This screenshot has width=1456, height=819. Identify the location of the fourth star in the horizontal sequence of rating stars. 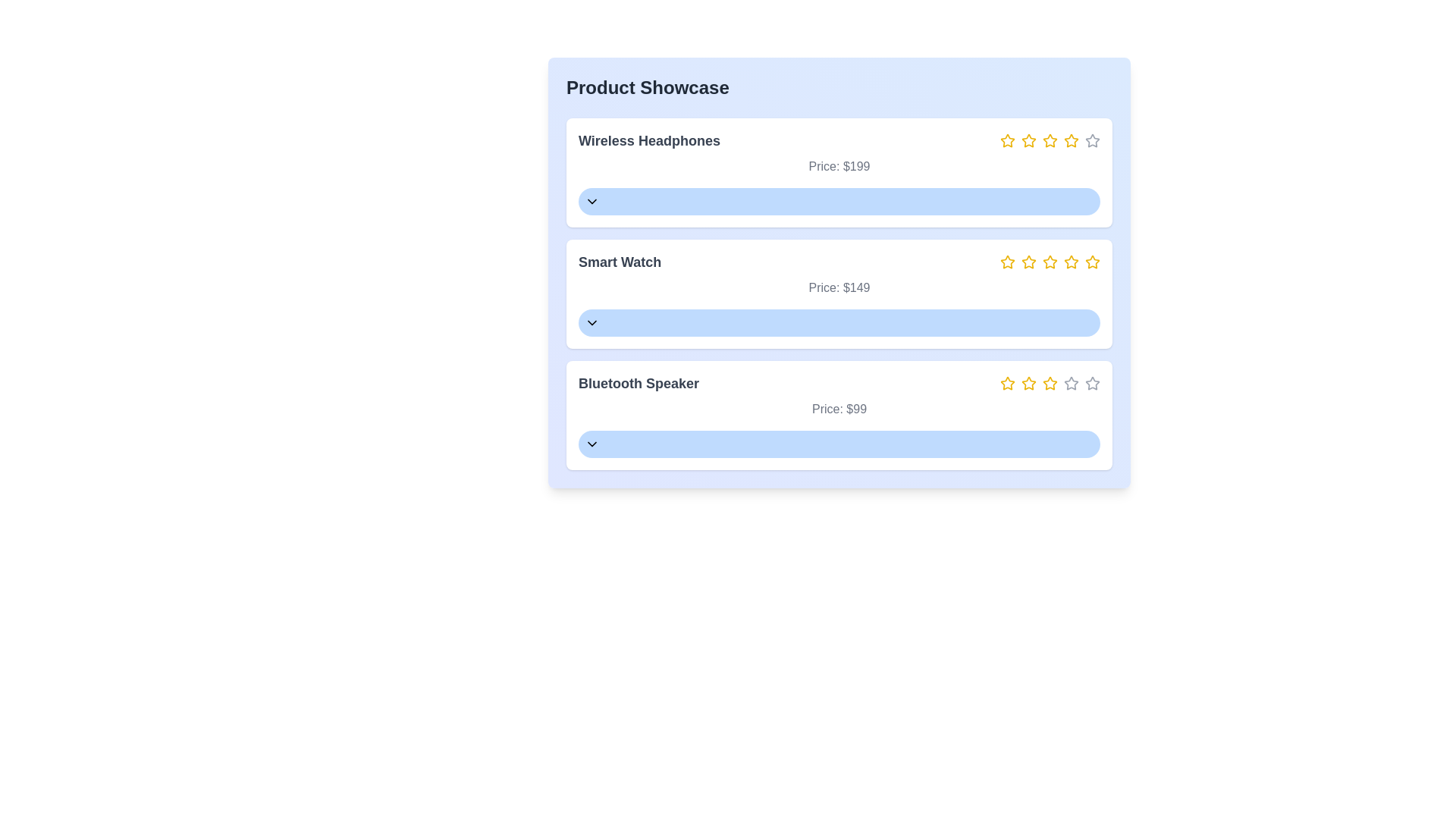
(1050, 140).